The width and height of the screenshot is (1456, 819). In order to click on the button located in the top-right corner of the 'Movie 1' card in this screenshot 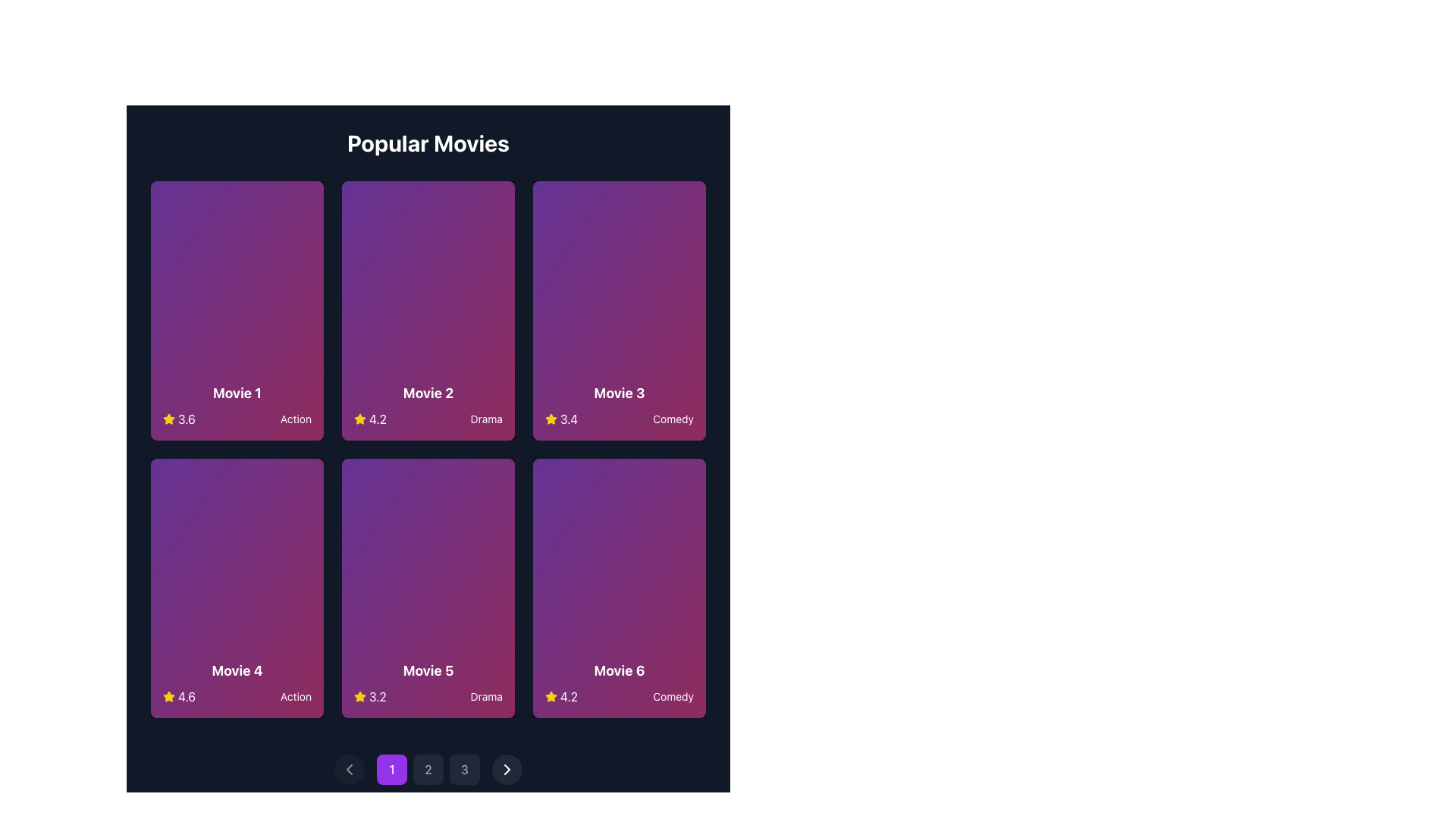, I will do `click(298, 207)`.